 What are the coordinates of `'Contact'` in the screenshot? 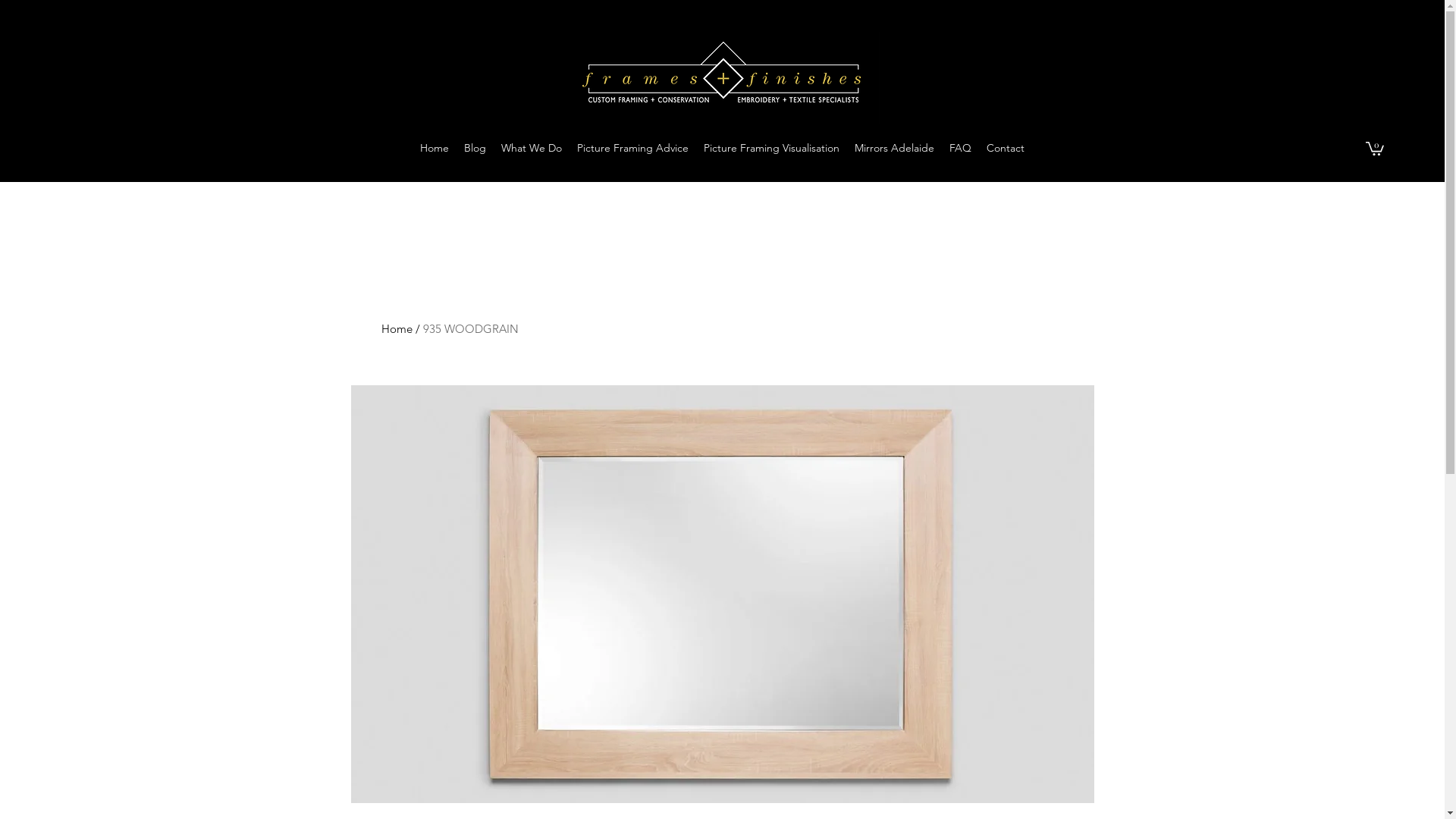 It's located at (1005, 148).